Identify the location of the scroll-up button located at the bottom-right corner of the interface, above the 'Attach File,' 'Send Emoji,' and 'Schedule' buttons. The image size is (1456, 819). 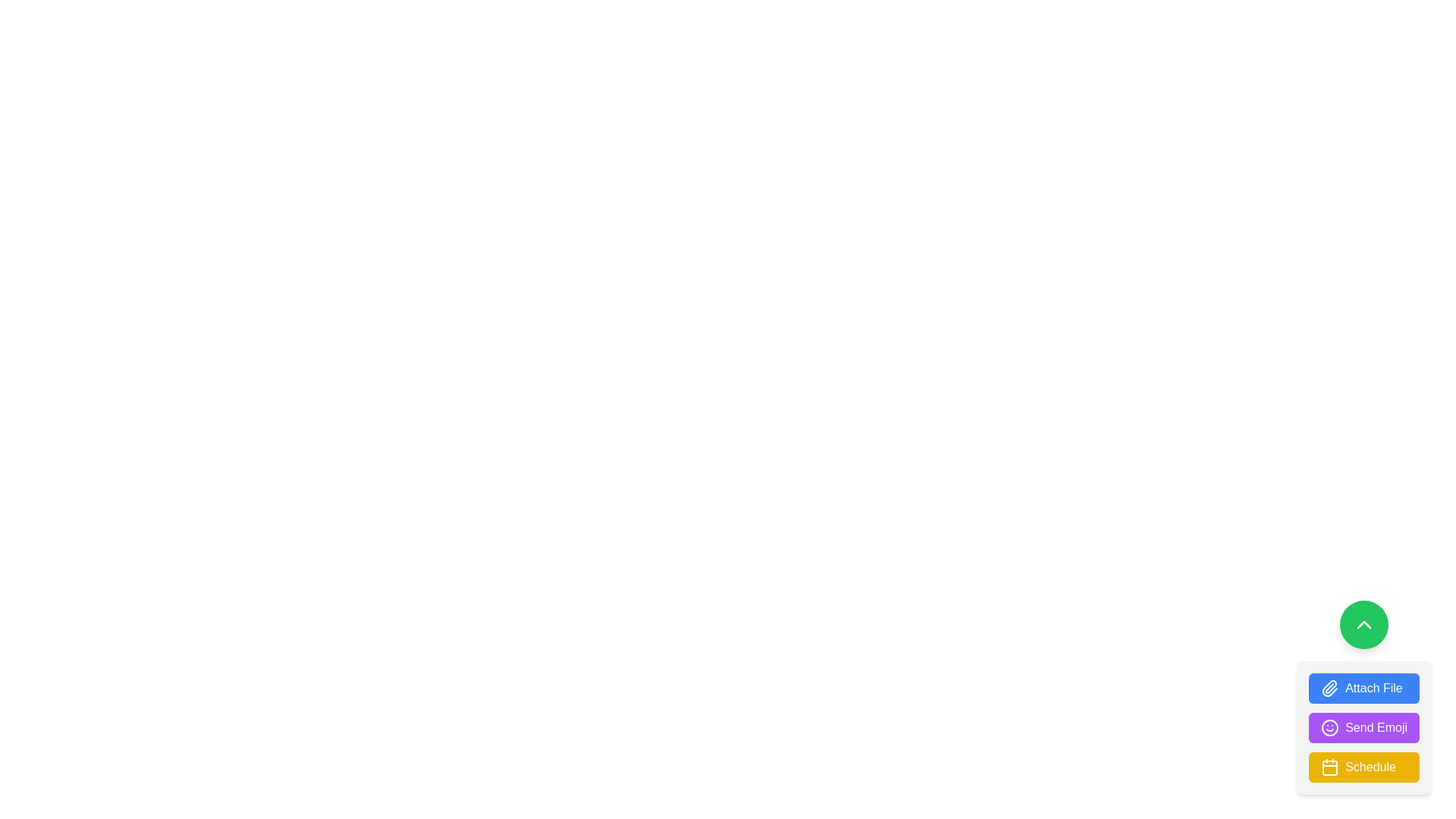
(1364, 625).